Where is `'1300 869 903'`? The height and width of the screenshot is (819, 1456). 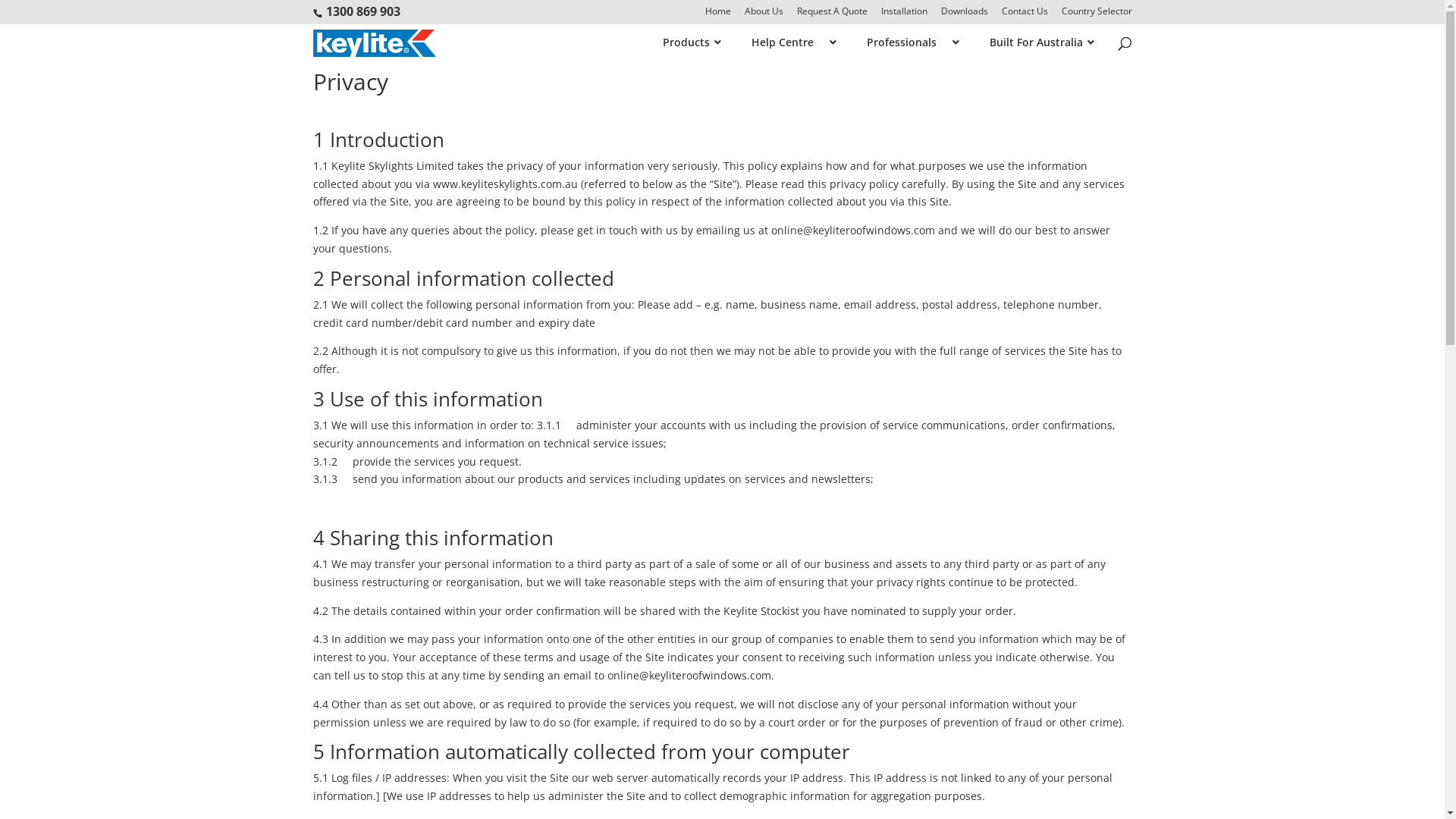 '1300 869 903' is located at coordinates (362, 11).